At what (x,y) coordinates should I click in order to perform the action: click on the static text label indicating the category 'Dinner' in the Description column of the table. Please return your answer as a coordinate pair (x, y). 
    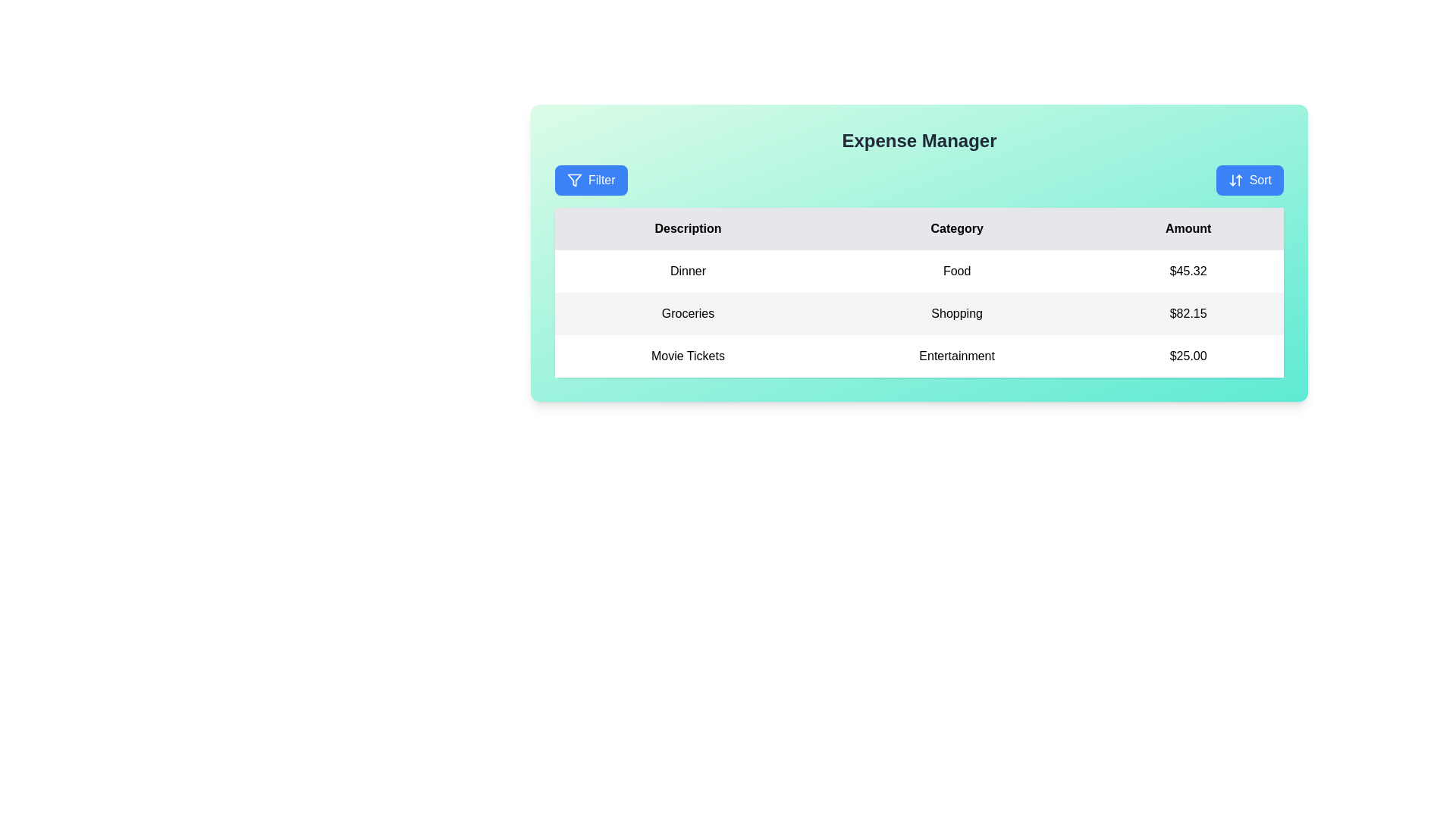
    Looking at the image, I should click on (687, 271).